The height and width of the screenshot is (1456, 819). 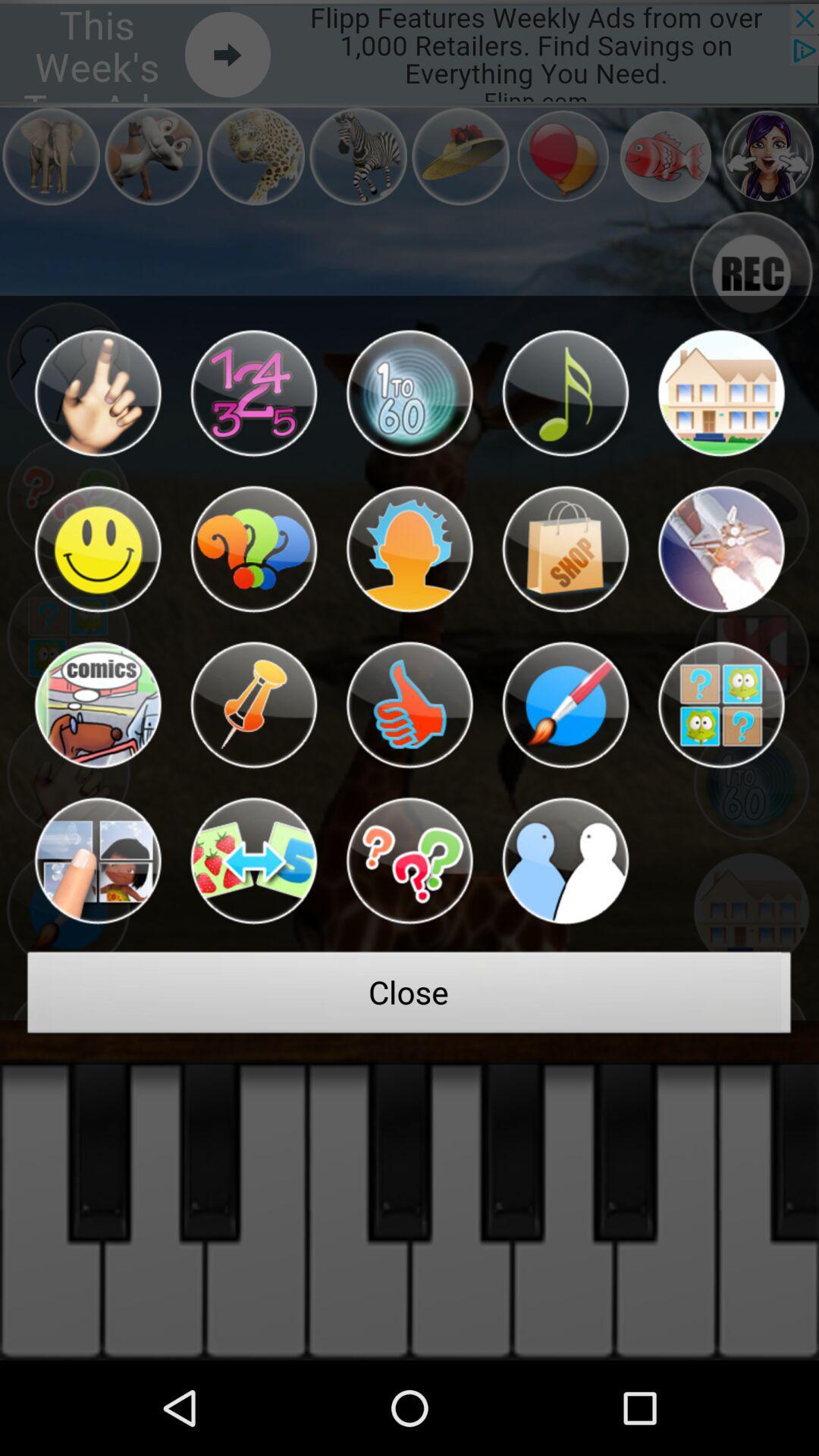 What do you see at coordinates (565, 548) in the screenshot?
I see `share the article` at bounding box center [565, 548].